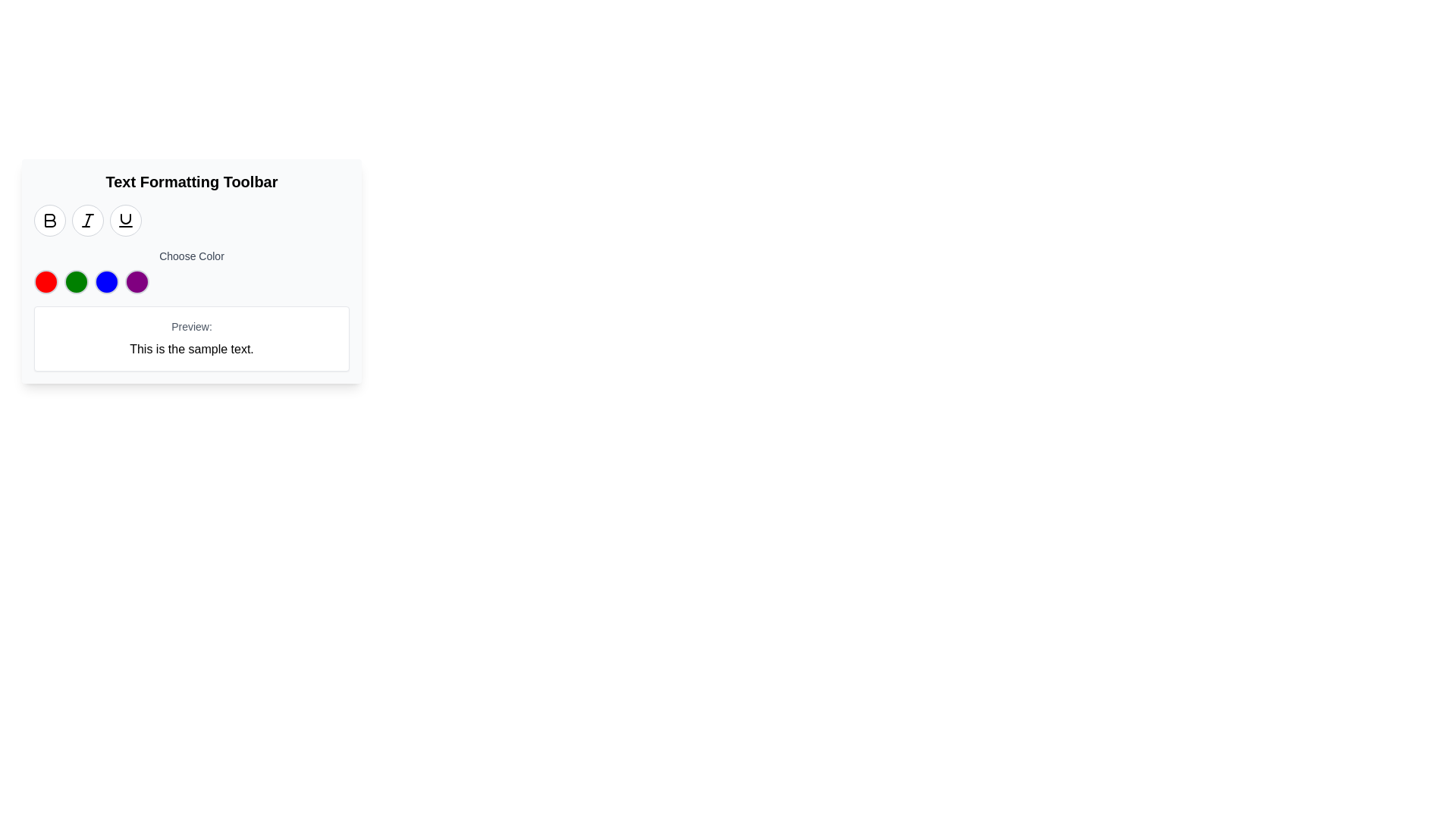 The height and width of the screenshot is (819, 1456). Describe the element at coordinates (86, 220) in the screenshot. I see `the central graphic of the 'Italic' button in the text formatting toolbar, which represents the italicizing functionality for selected text` at that location.